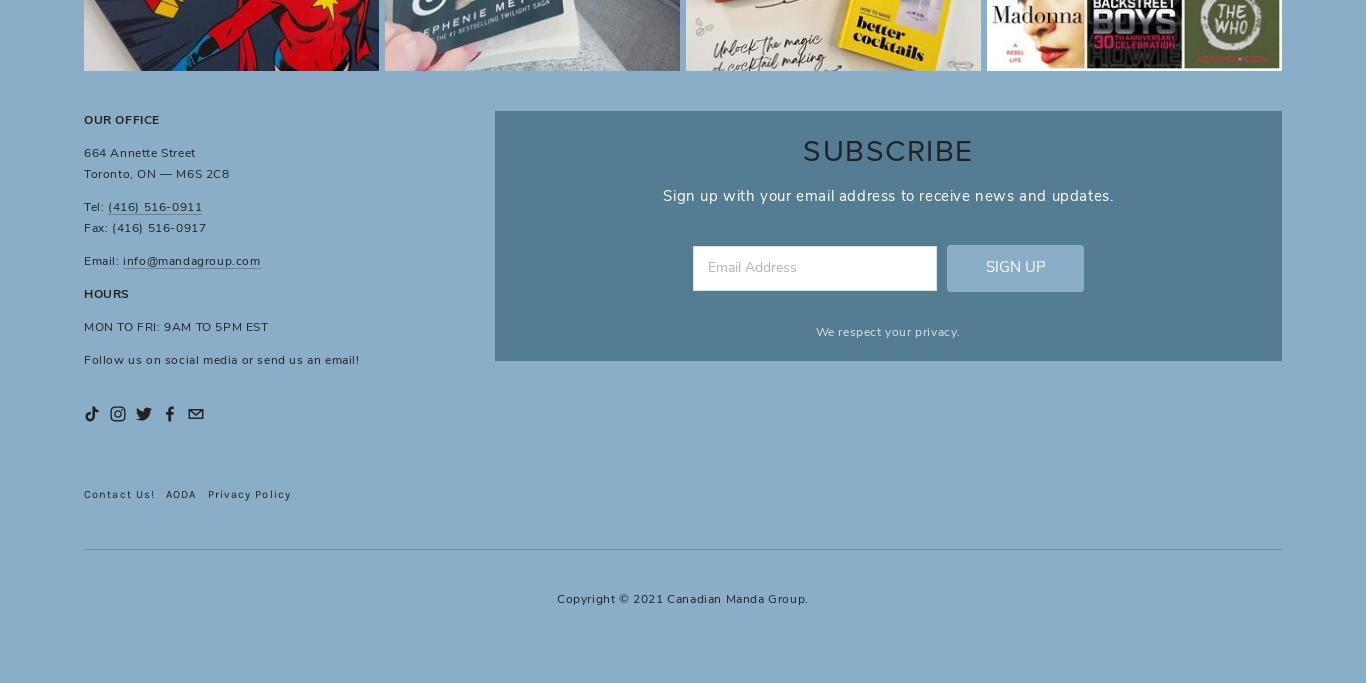 The width and height of the screenshot is (1366, 683). What do you see at coordinates (681, 600) in the screenshot?
I see `'Copyright © 2021 Canadian Manda Group.'` at bounding box center [681, 600].